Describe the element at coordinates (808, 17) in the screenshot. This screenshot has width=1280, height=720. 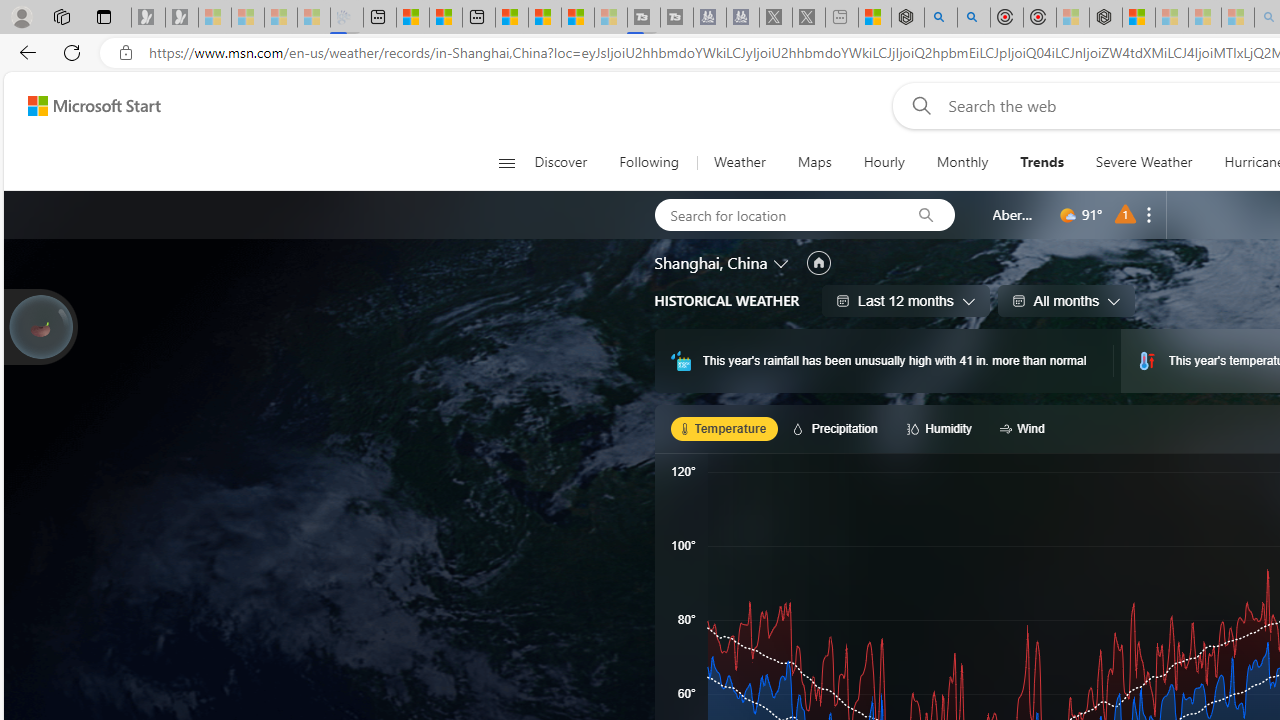
I see `'X - Sleeping'` at that location.